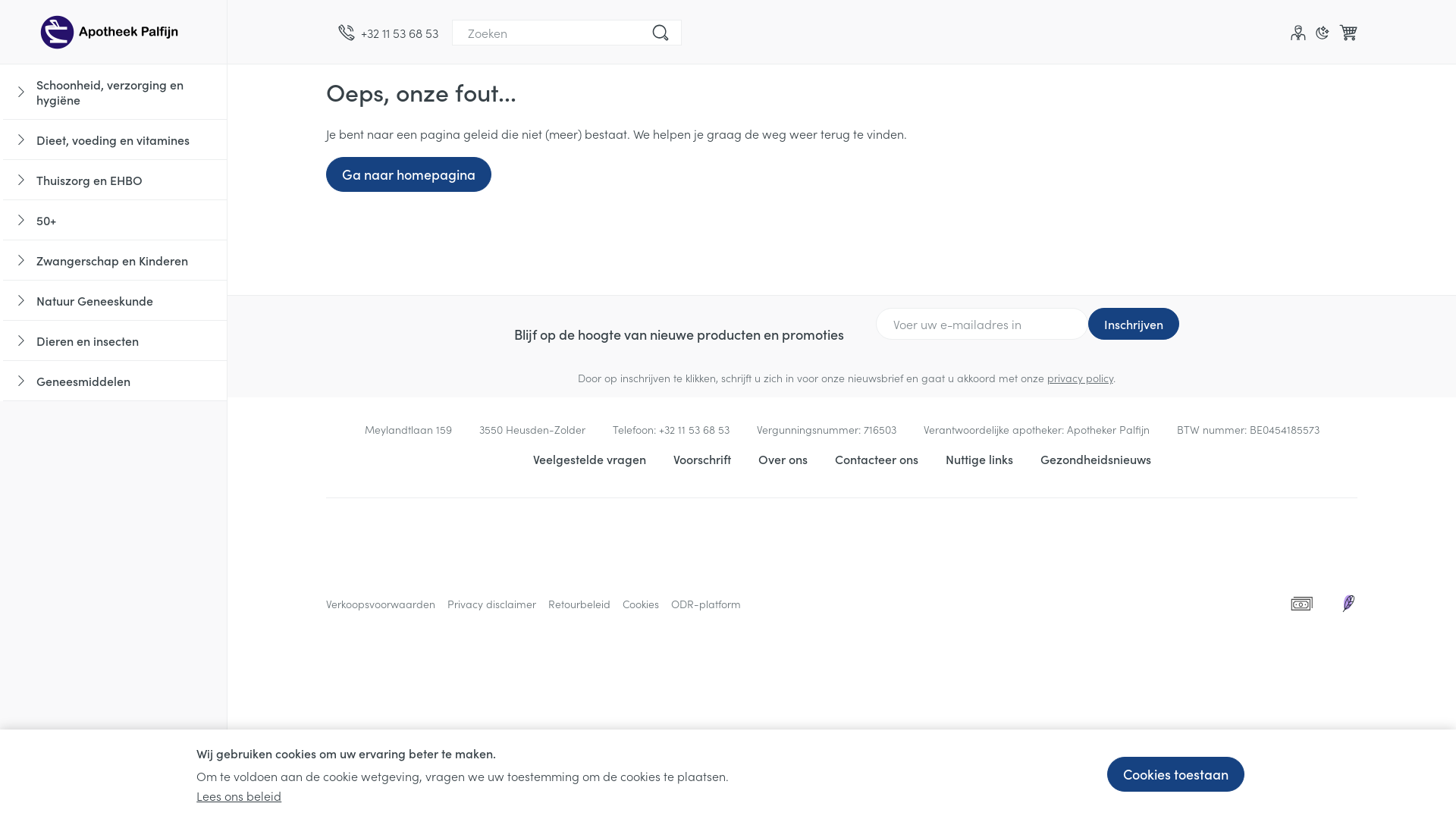 This screenshot has height=819, width=1456. What do you see at coordinates (112, 31) in the screenshot?
I see `'Apotheek Palfijn'` at bounding box center [112, 31].